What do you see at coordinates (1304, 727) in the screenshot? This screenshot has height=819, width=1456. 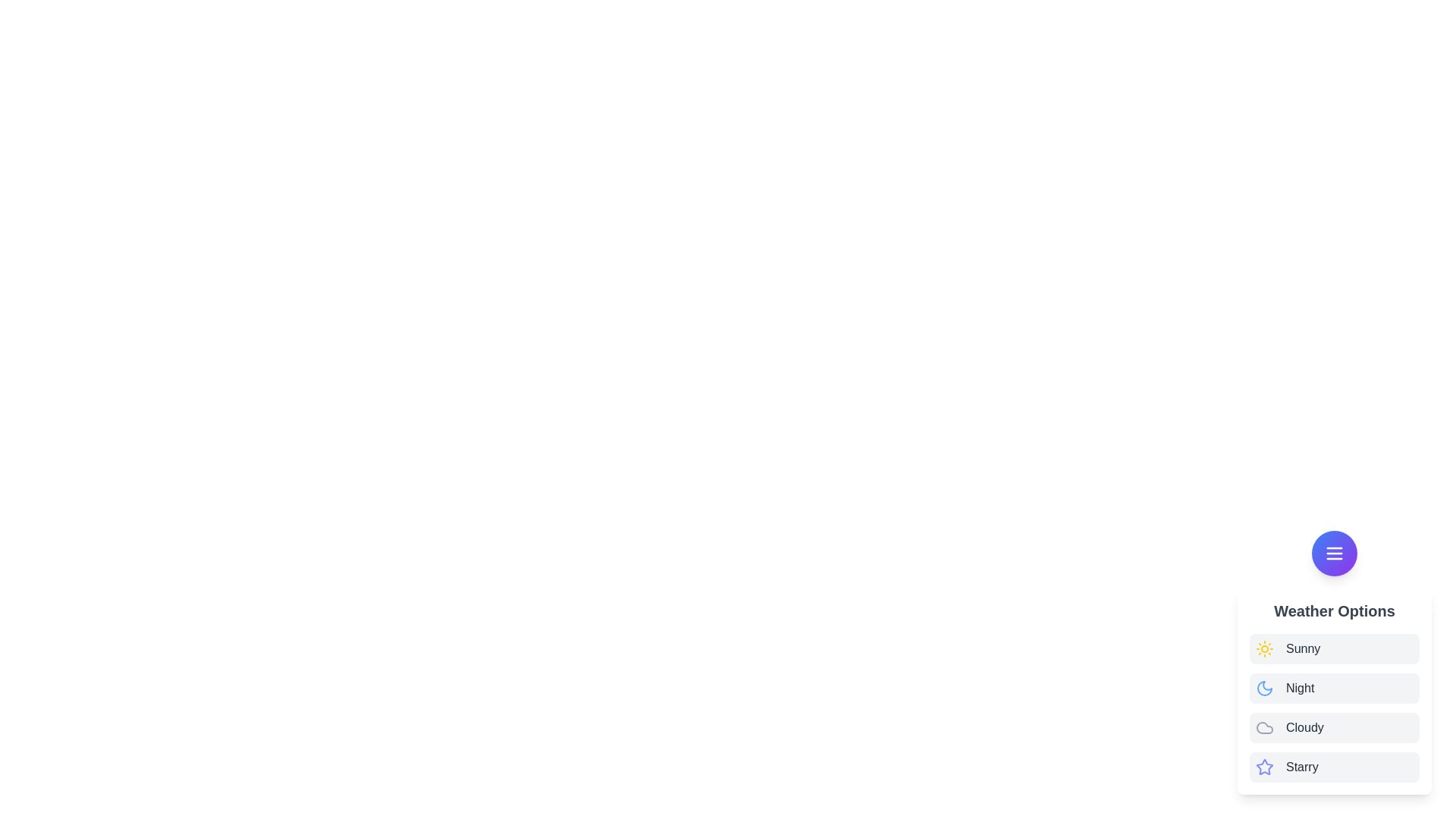 I see `the weather option labeled Cloudy` at bounding box center [1304, 727].